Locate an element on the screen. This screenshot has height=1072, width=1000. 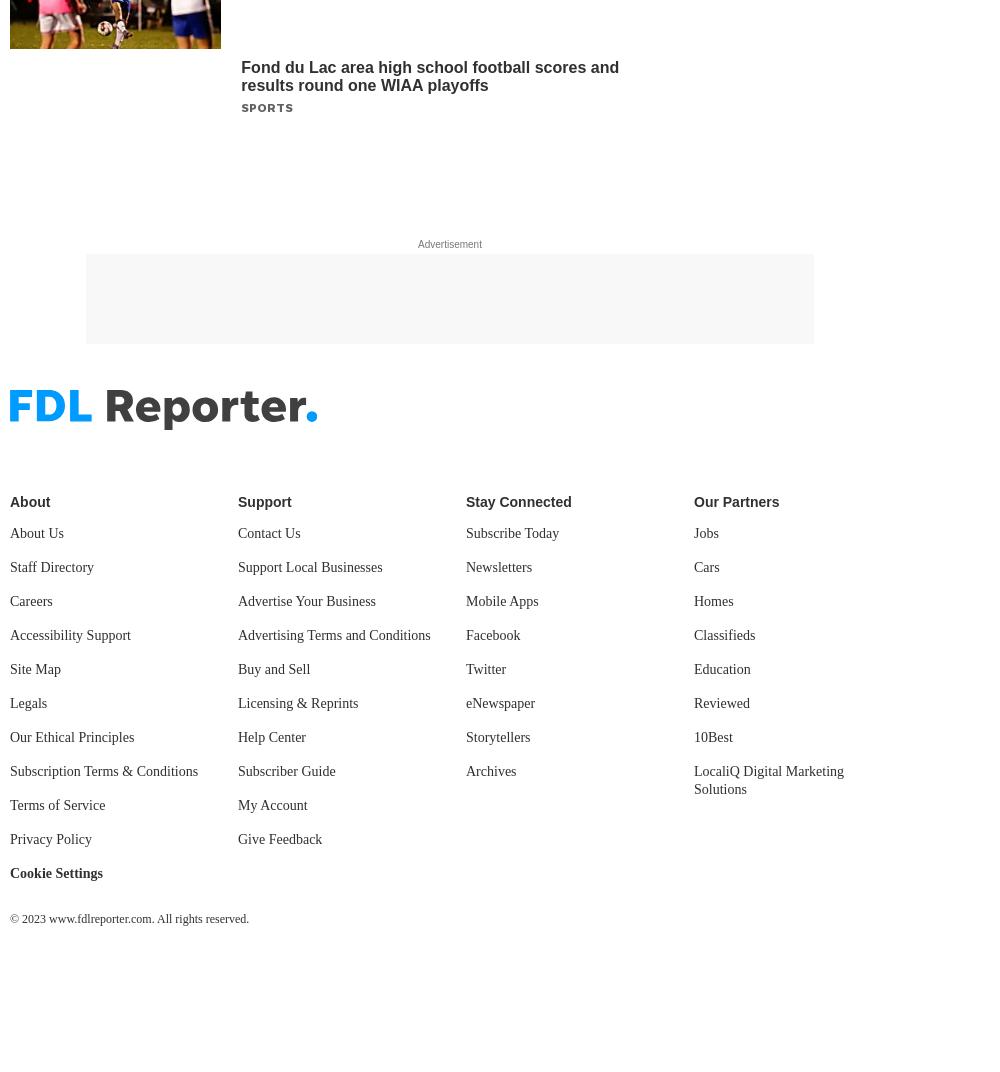
'Reviewed' is located at coordinates (720, 702).